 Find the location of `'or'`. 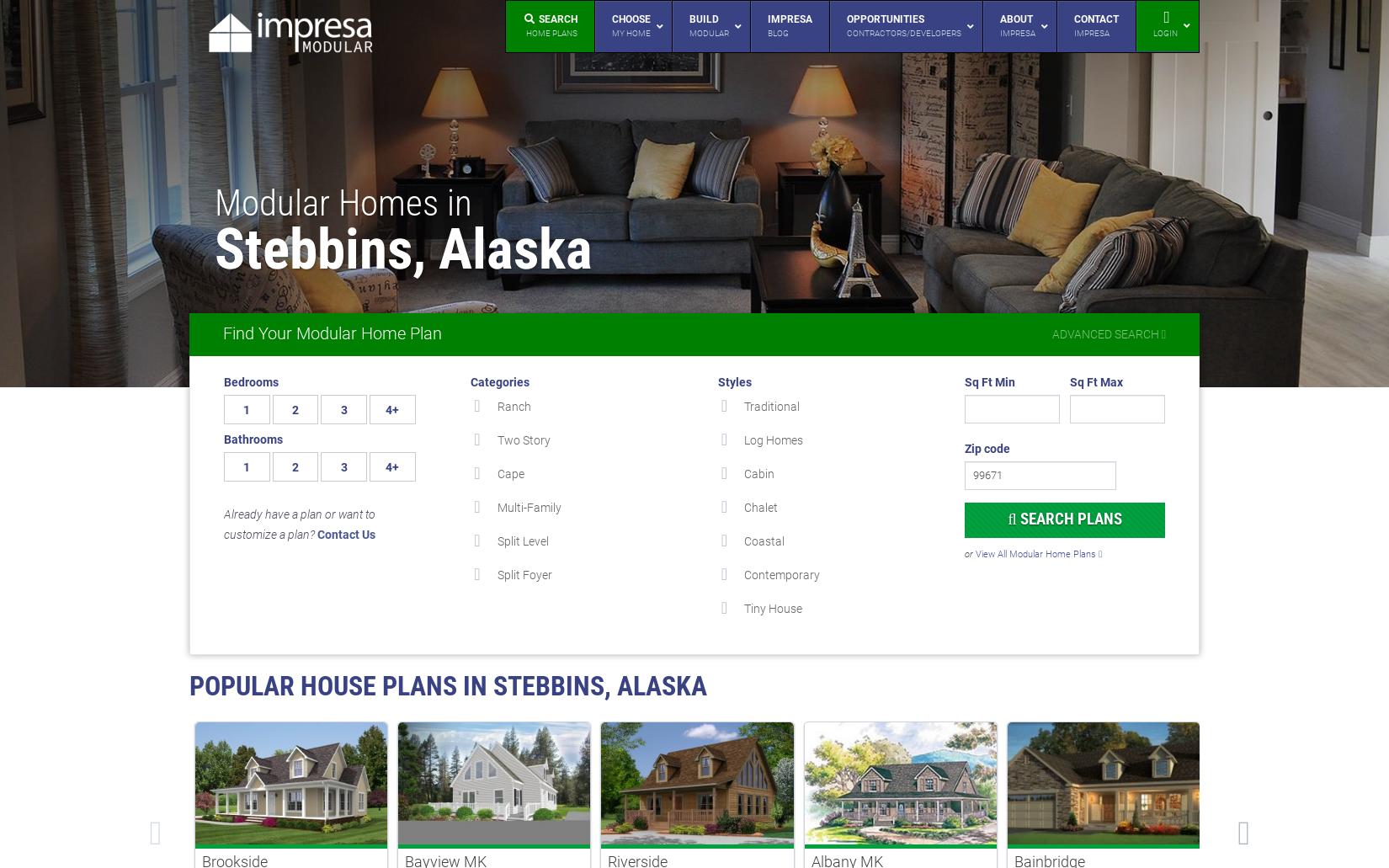

'or' is located at coordinates (964, 553).